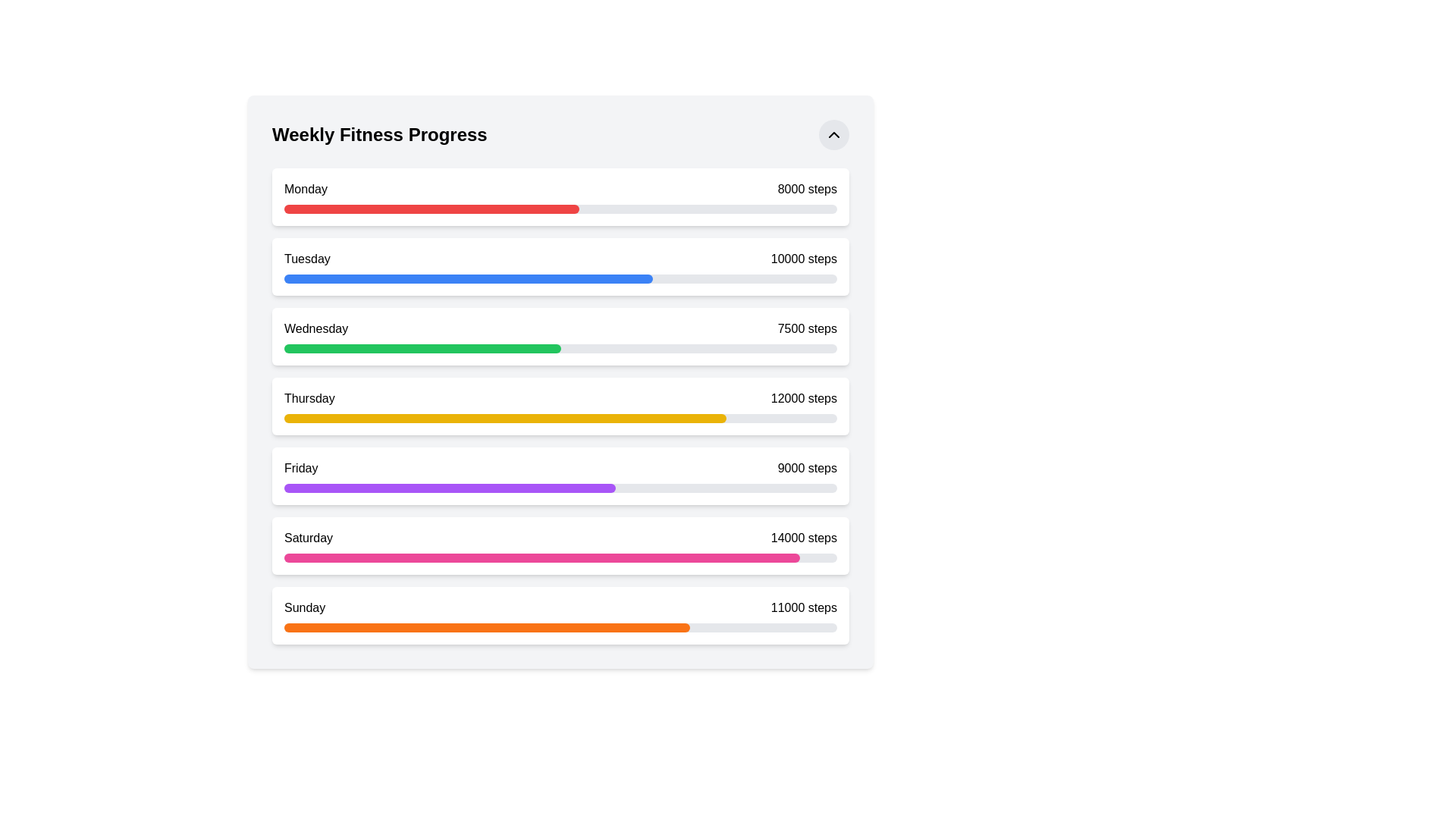 This screenshot has height=819, width=1456. Describe the element at coordinates (309, 397) in the screenshot. I see `text label indicating 'Thursday', which is positioned in the fourth row of the sequence of days, between 'Wednesday' and 'Friday'` at that location.